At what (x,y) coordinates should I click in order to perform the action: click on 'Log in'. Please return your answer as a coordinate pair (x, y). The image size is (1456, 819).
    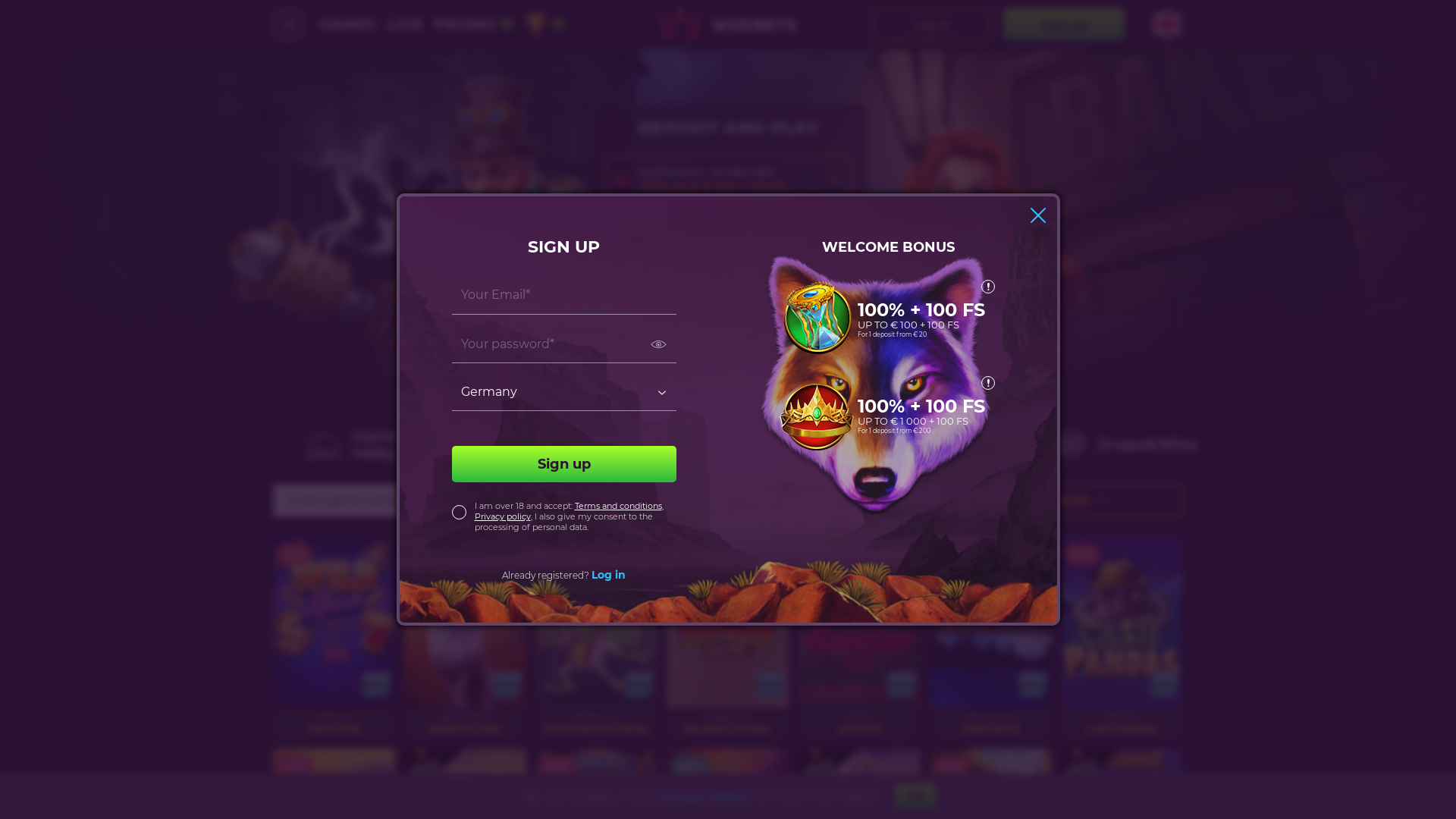
    Looking at the image, I should click on (930, 24).